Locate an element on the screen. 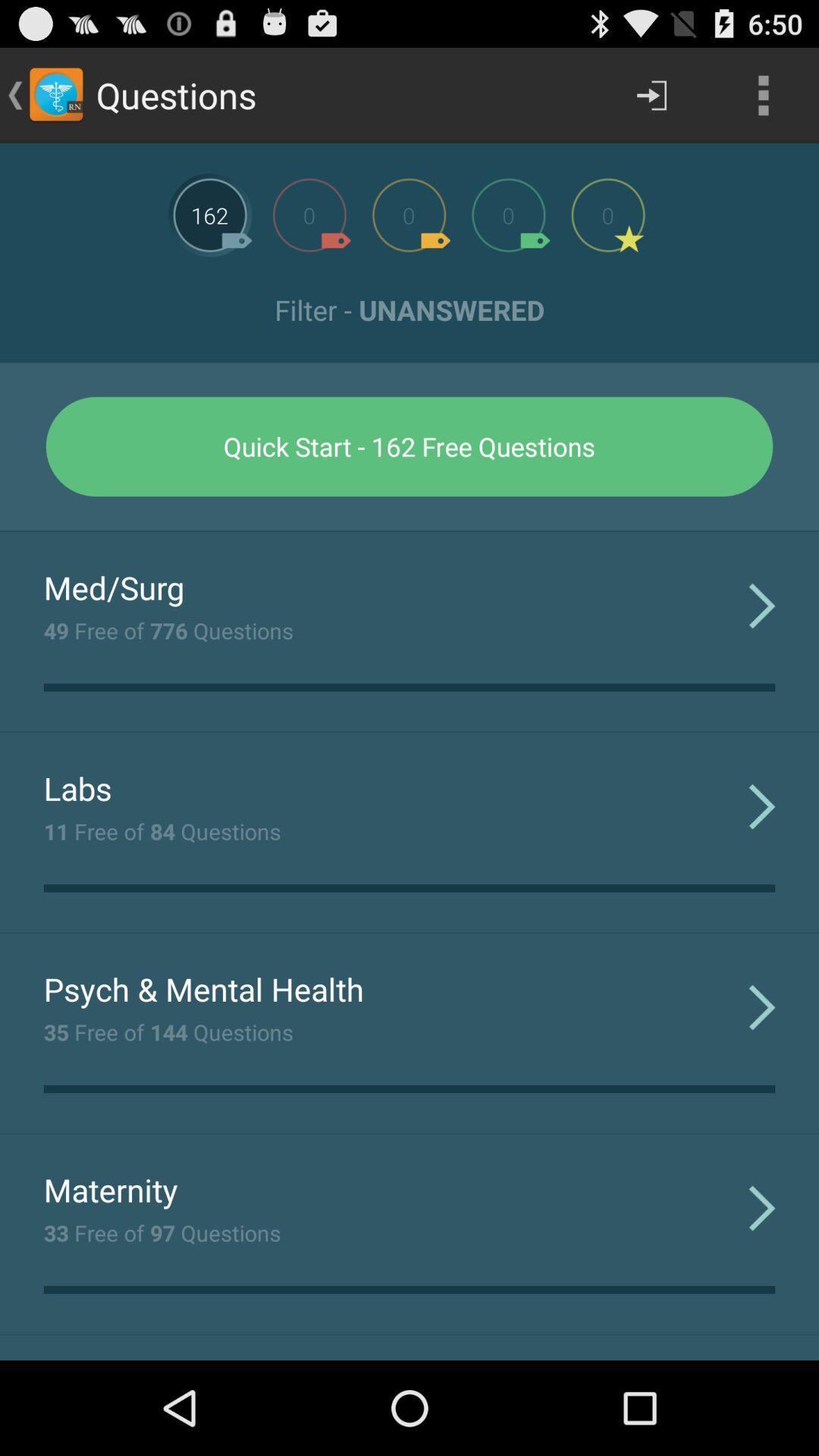  icon next to 33 free of icon is located at coordinates (762, 1207).